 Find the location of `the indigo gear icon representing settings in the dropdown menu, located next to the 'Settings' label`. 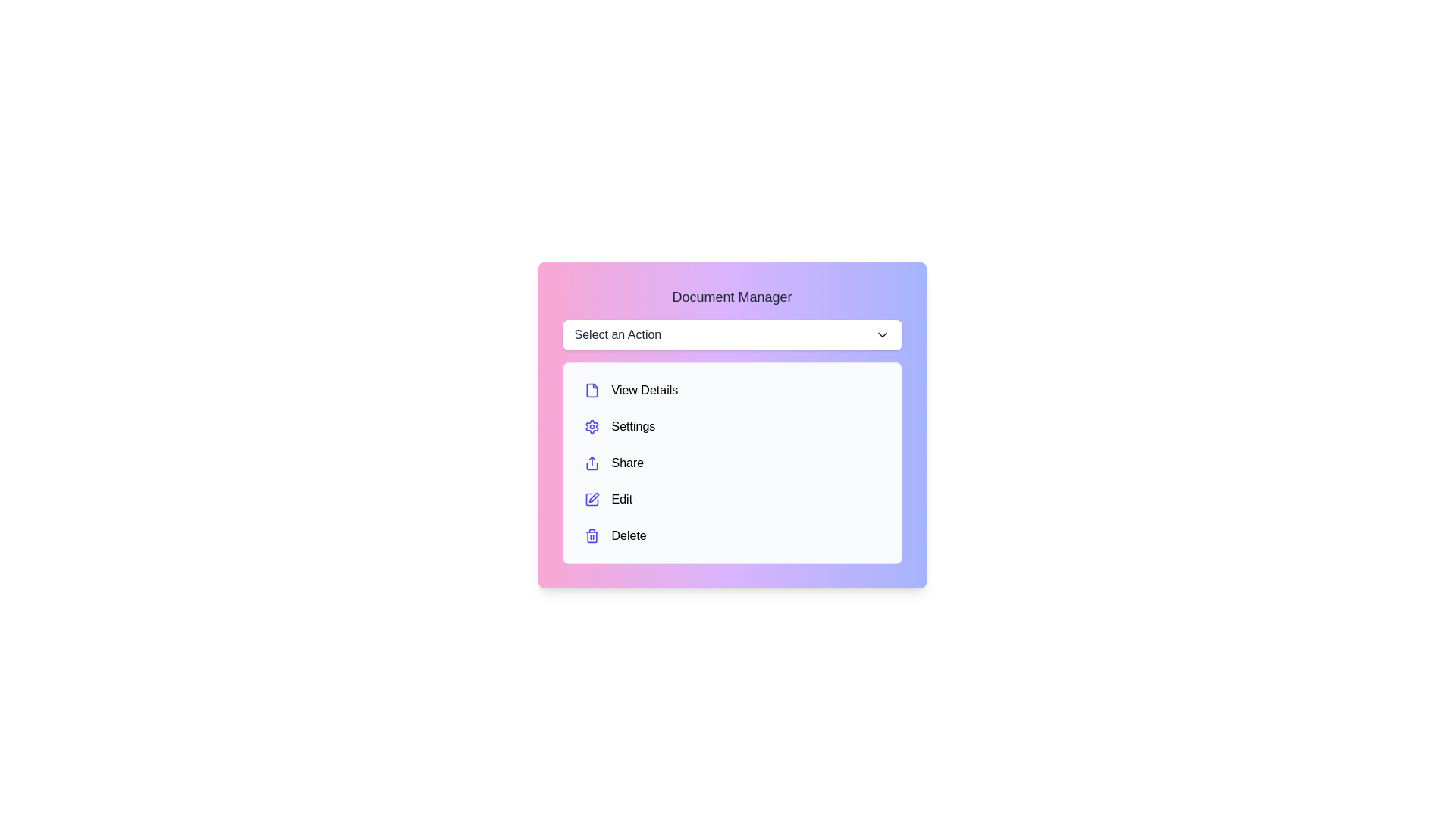

the indigo gear icon representing settings in the dropdown menu, located next to the 'Settings' label is located at coordinates (591, 427).